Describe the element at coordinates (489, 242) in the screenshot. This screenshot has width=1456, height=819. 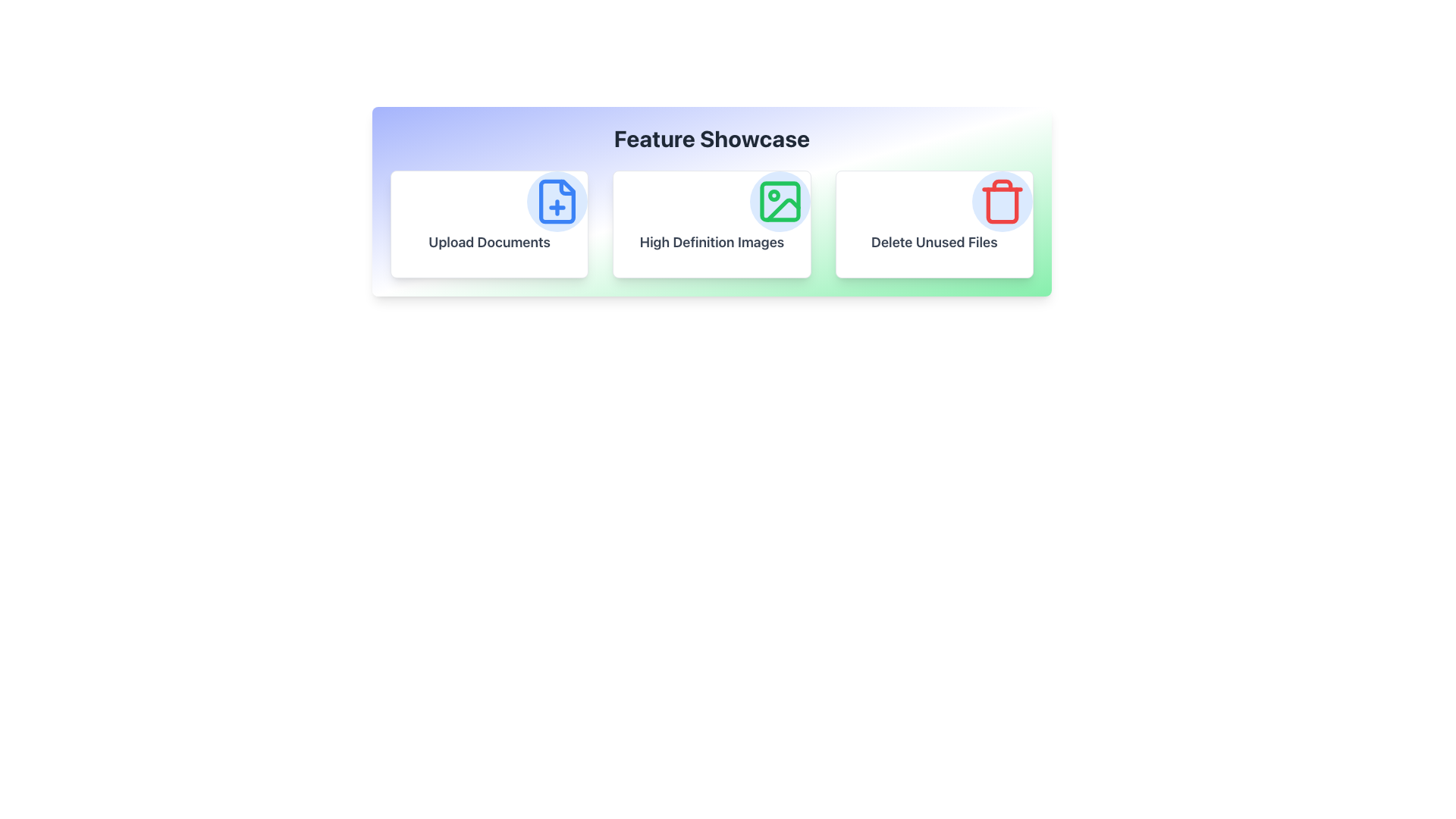
I see `the Text Label indicating the 'Upload Documents' feature, which is located at the bottom central area of the leftmost card in a row of three, directly below the file icon with a plus sign` at that location.